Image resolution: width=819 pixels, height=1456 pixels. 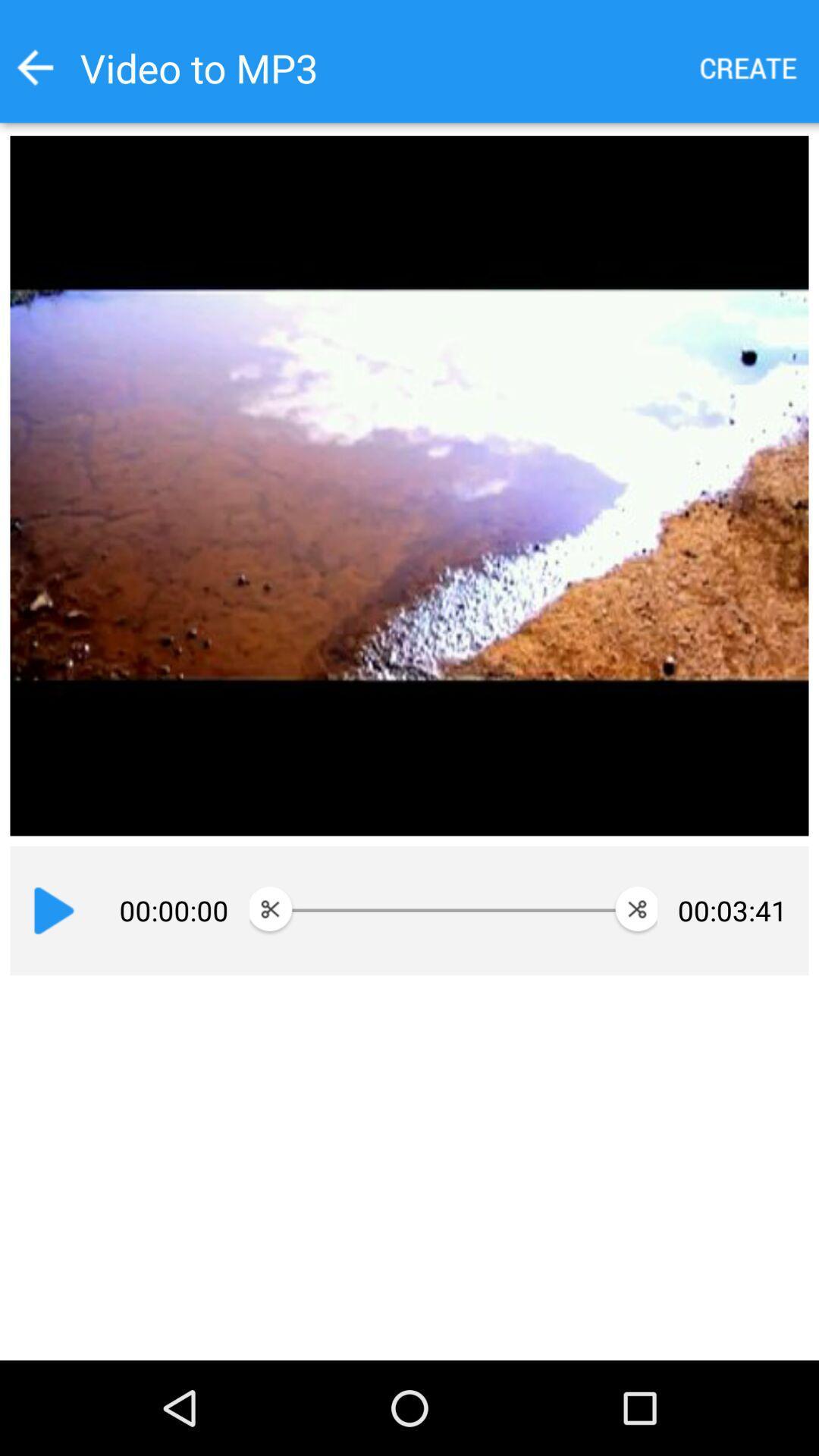 I want to click on icon next to the video to mp3 item, so click(x=748, y=67).